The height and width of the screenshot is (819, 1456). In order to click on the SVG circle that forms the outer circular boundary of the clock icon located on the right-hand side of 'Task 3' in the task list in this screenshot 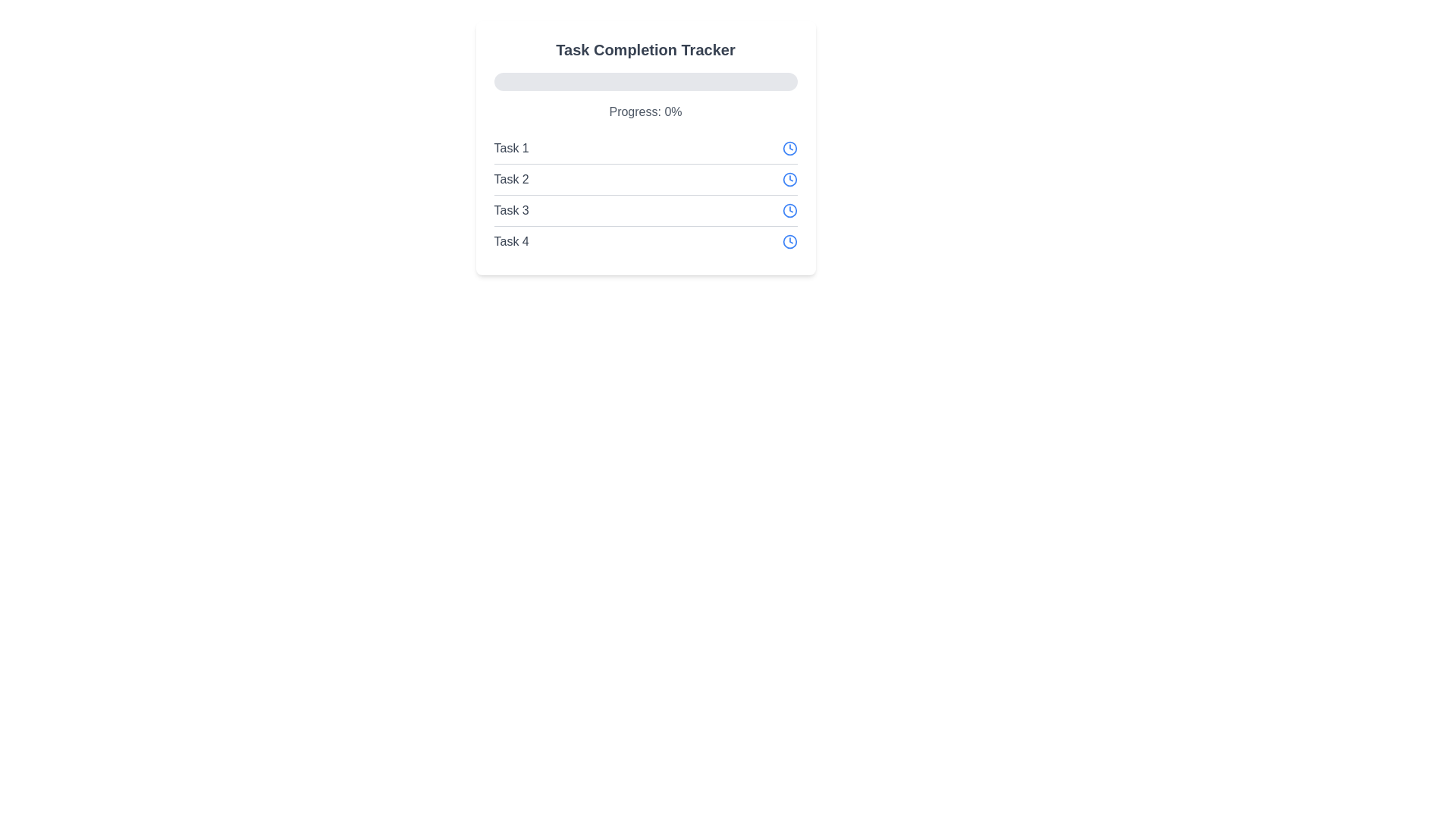, I will do `click(789, 210)`.